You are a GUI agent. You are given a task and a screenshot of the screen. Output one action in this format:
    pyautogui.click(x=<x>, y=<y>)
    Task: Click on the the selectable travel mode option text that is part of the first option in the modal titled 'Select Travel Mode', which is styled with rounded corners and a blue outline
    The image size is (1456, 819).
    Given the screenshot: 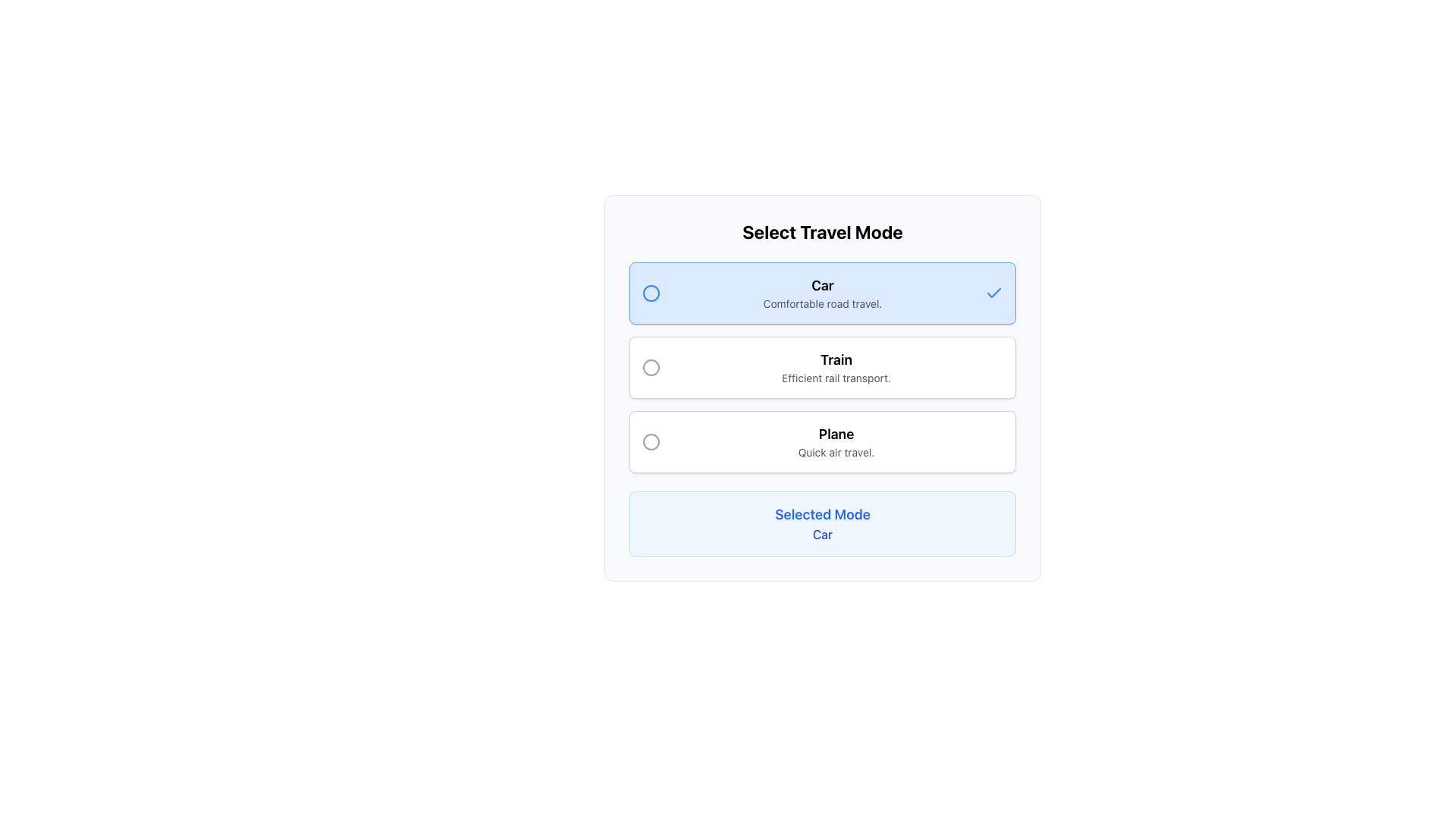 What is the action you would take?
    pyautogui.click(x=821, y=293)
    